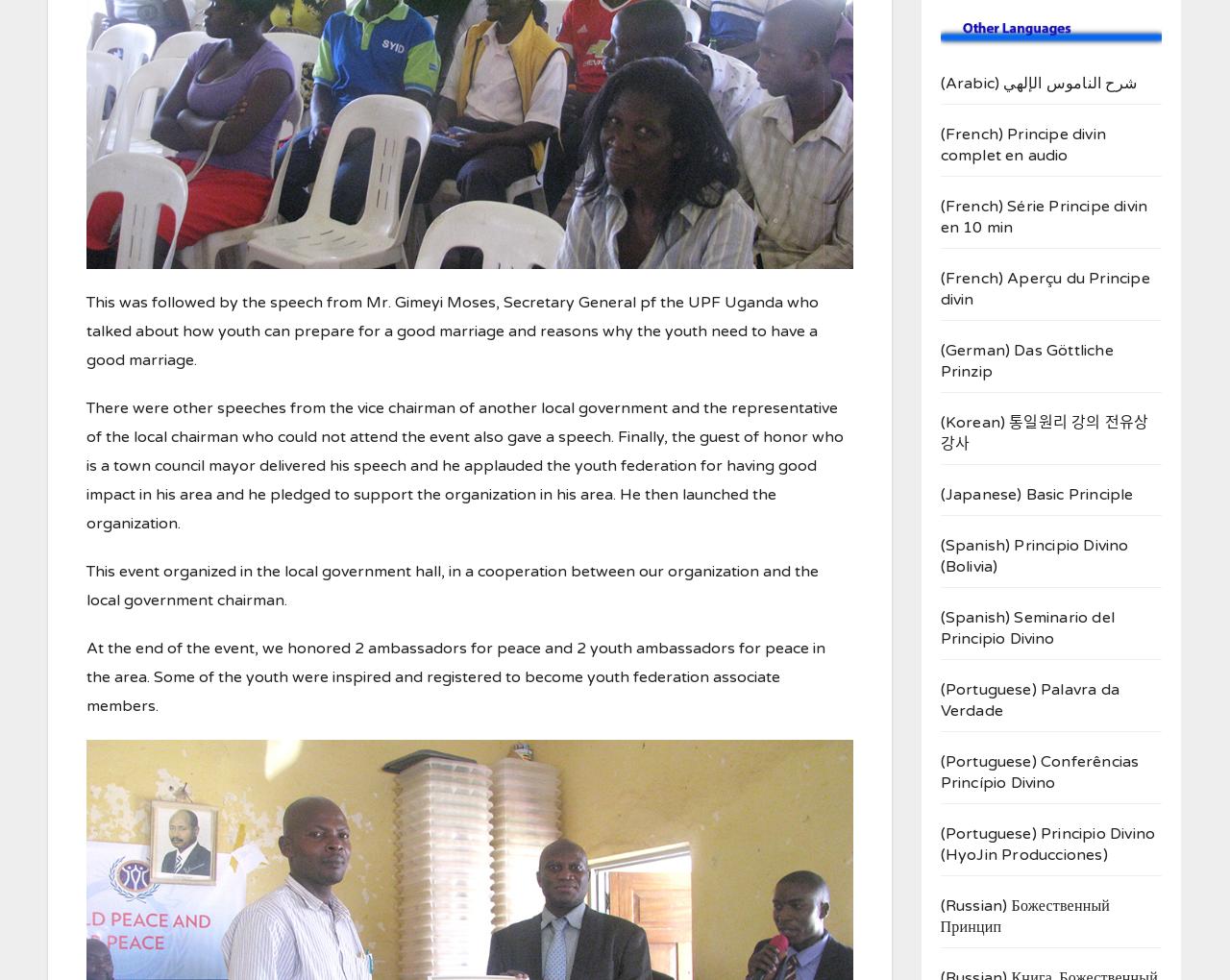  What do you see at coordinates (1038, 771) in the screenshot?
I see `'(Portuguese) Conferências Princípio Divino'` at bounding box center [1038, 771].